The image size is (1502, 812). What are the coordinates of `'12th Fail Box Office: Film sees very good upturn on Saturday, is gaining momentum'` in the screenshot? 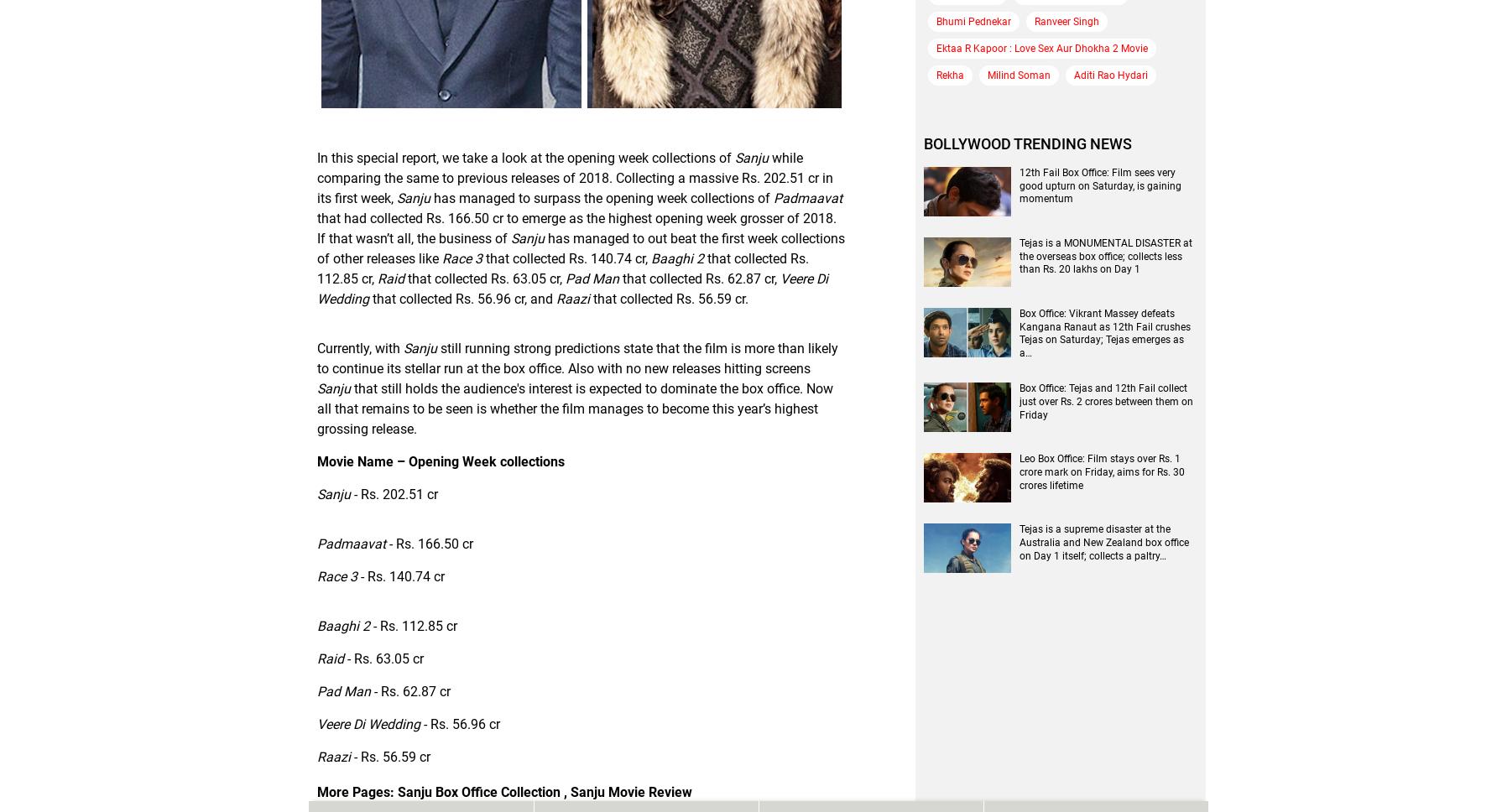 It's located at (1100, 185).